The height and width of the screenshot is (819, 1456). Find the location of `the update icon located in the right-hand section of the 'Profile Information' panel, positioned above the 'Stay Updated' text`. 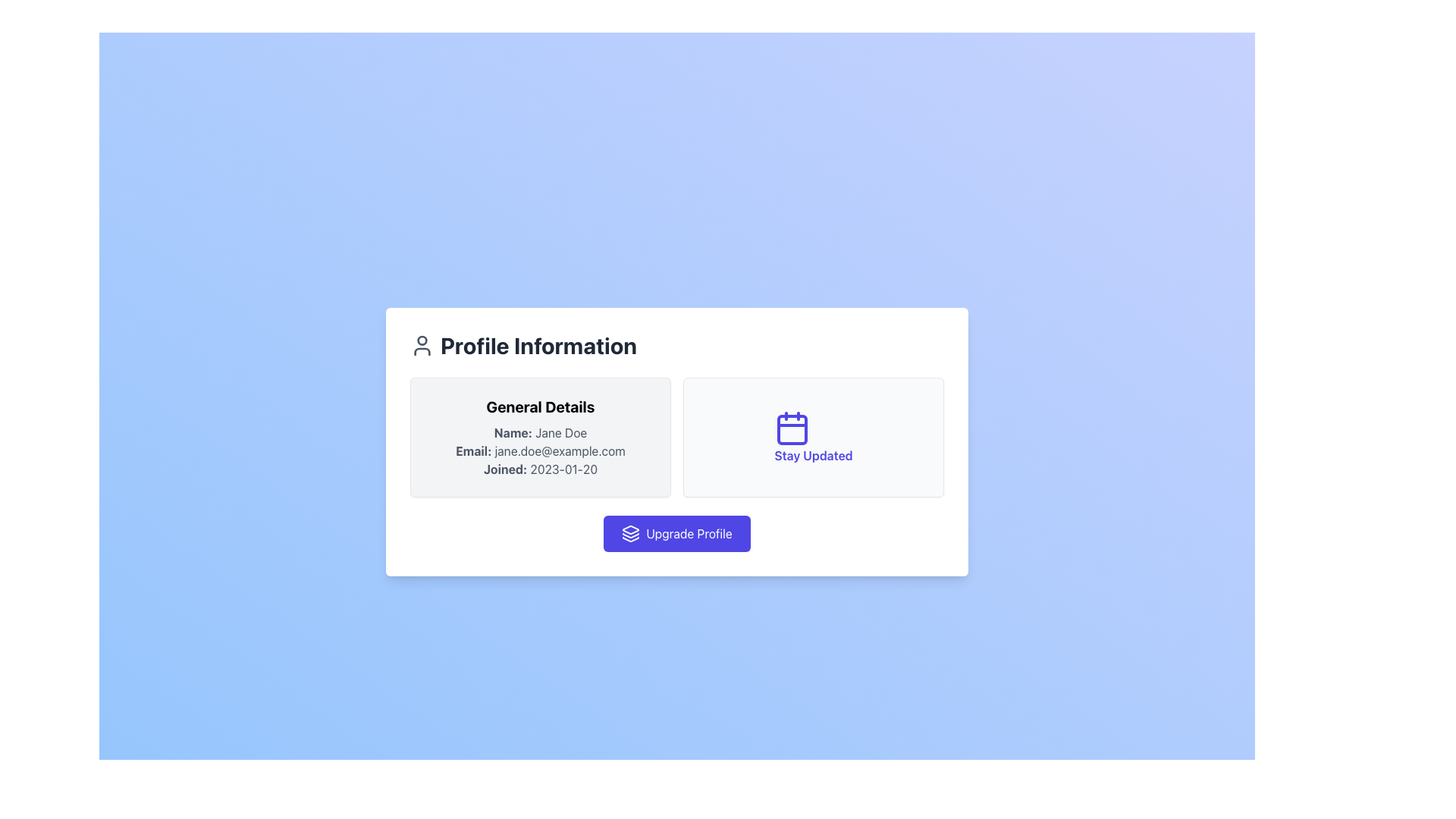

the update icon located in the right-hand section of the 'Profile Information' panel, positioned above the 'Stay Updated' text is located at coordinates (792, 428).